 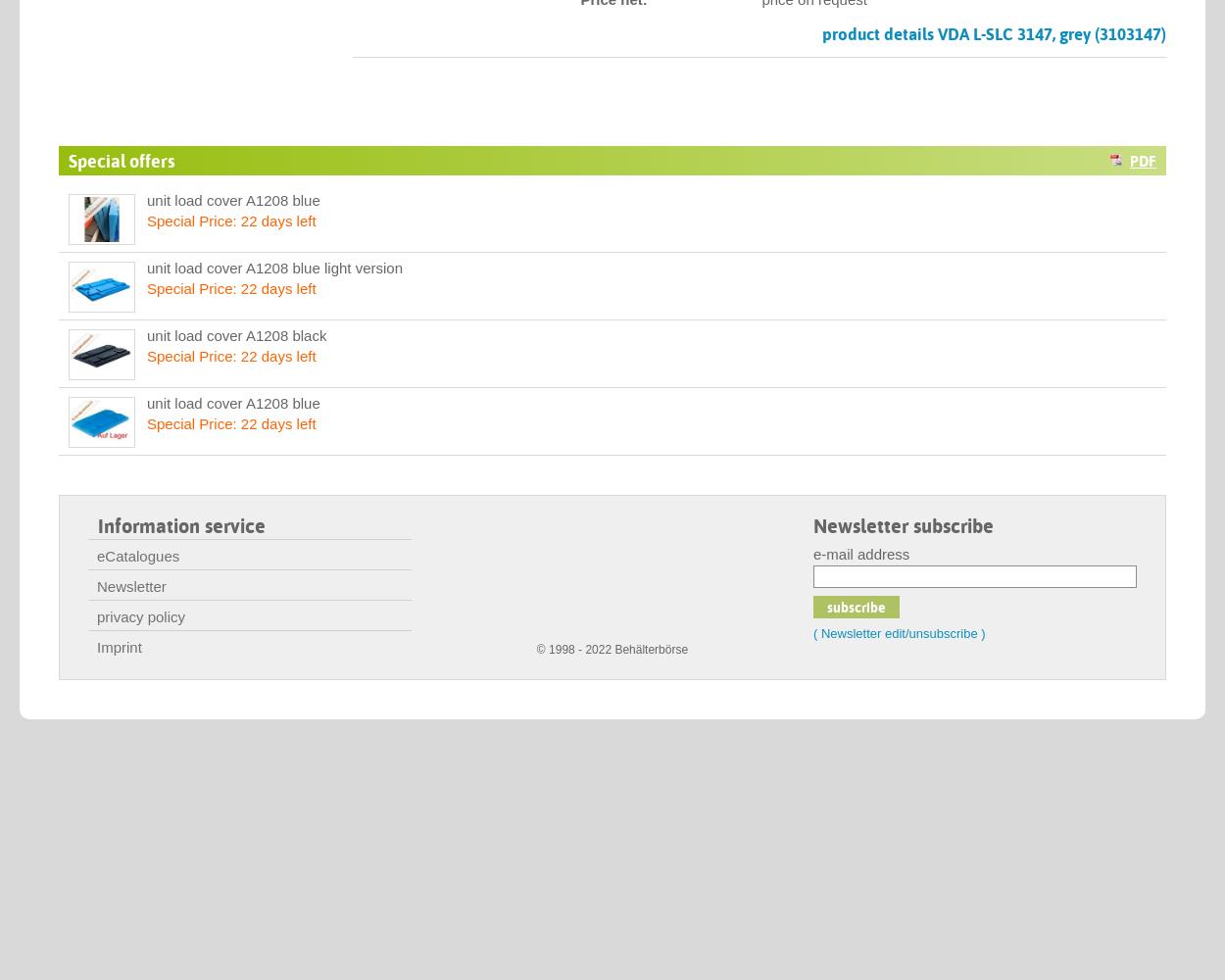 I want to click on '© 1998 - 2022 Behälterbörse', so click(x=611, y=650).